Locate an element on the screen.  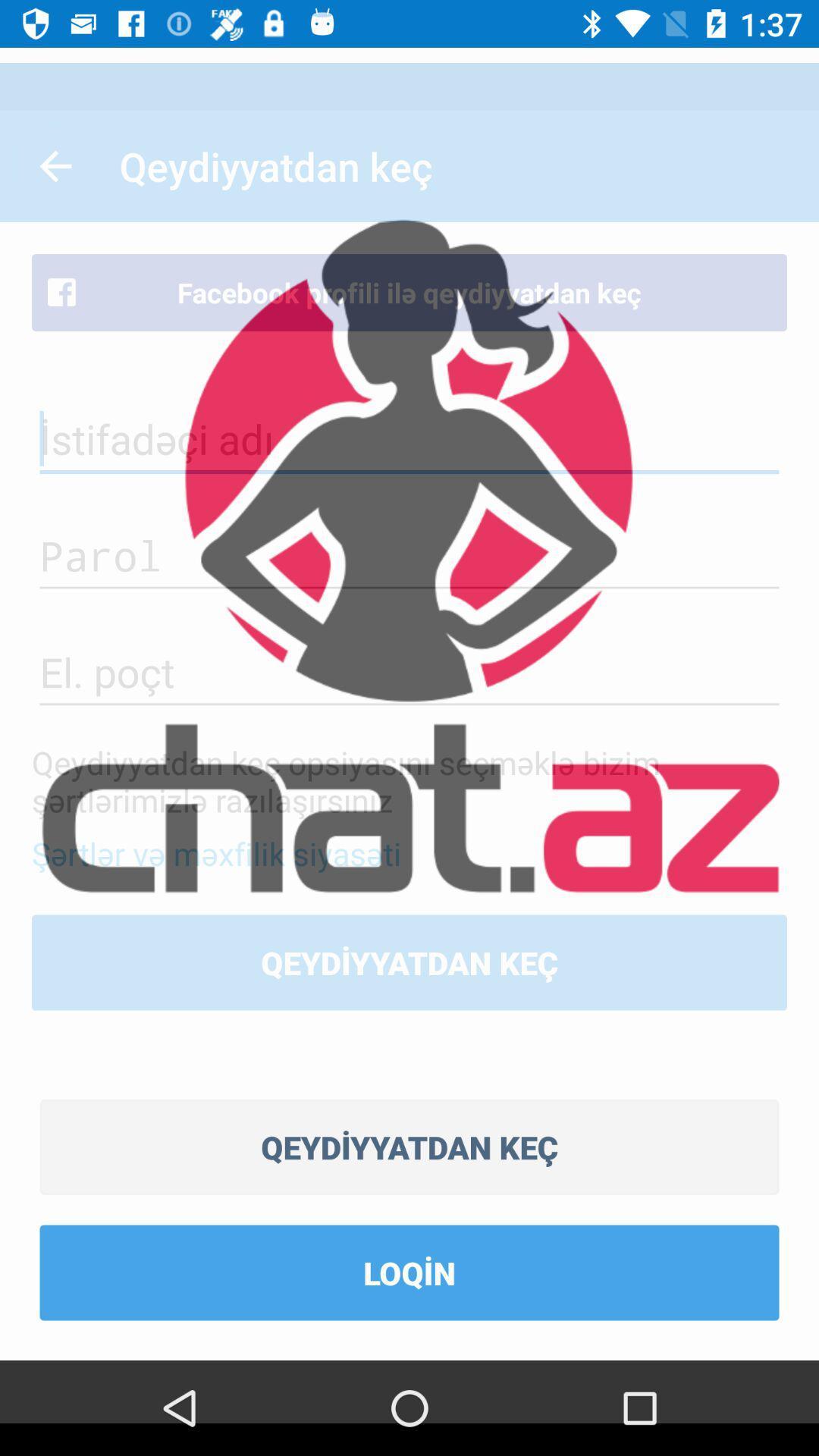
the loqin item is located at coordinates (409, 1272).